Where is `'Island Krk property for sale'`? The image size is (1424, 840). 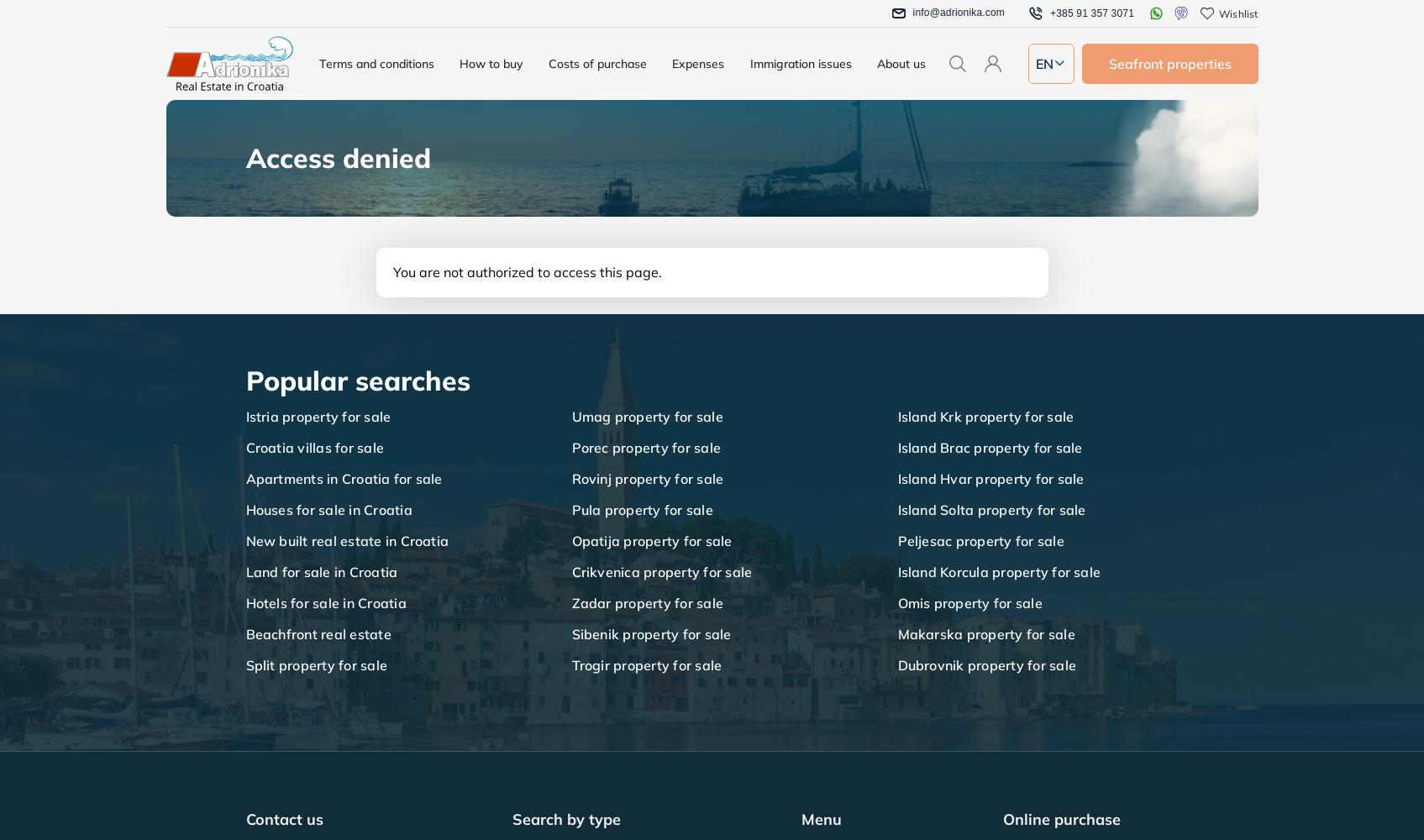 'Island Krk property for sale' is located at coordinates (984, 416).